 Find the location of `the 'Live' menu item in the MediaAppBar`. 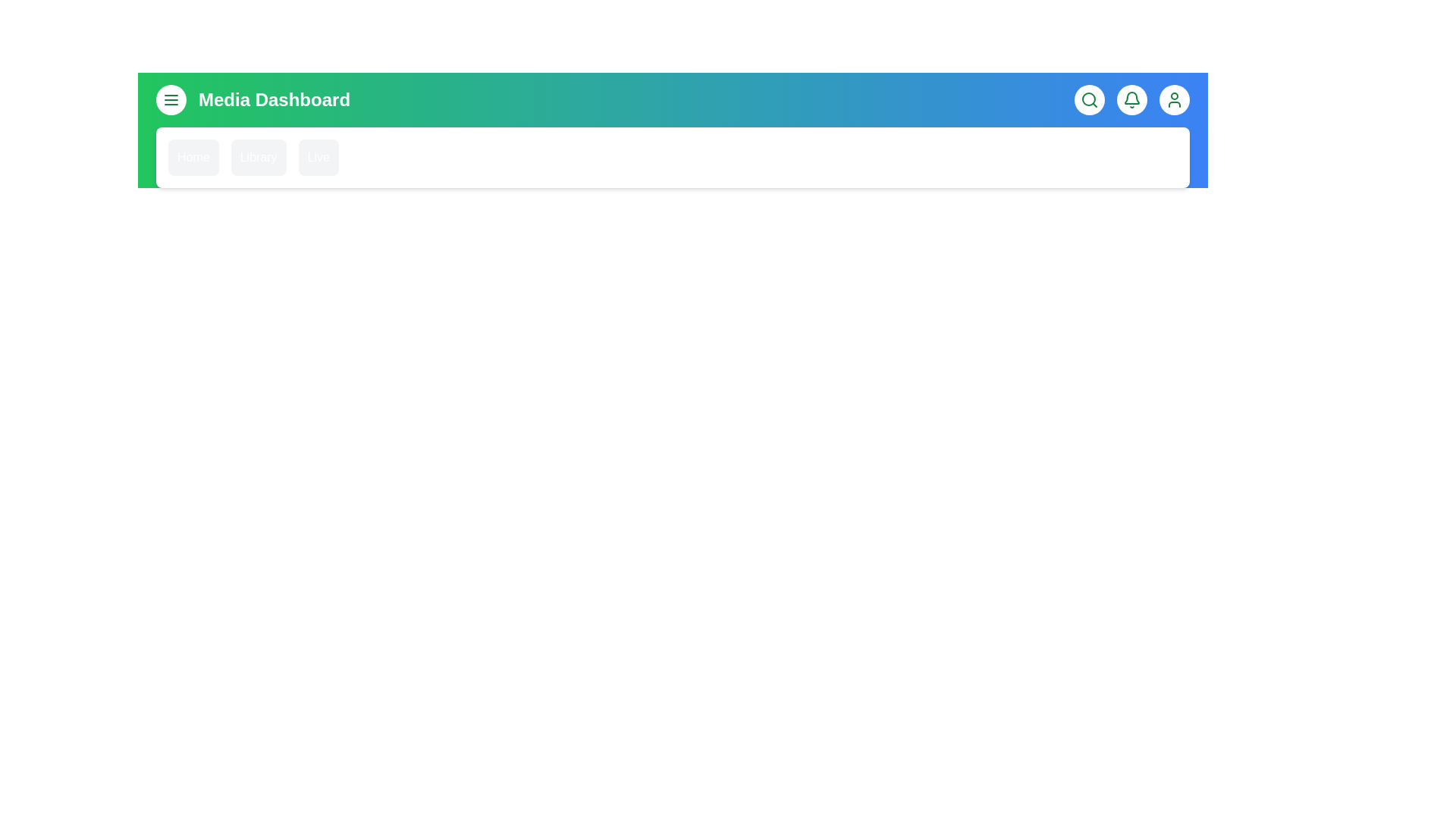

the 'Live' menu item in the MediaAppBar is located at coordinates (318, 158).